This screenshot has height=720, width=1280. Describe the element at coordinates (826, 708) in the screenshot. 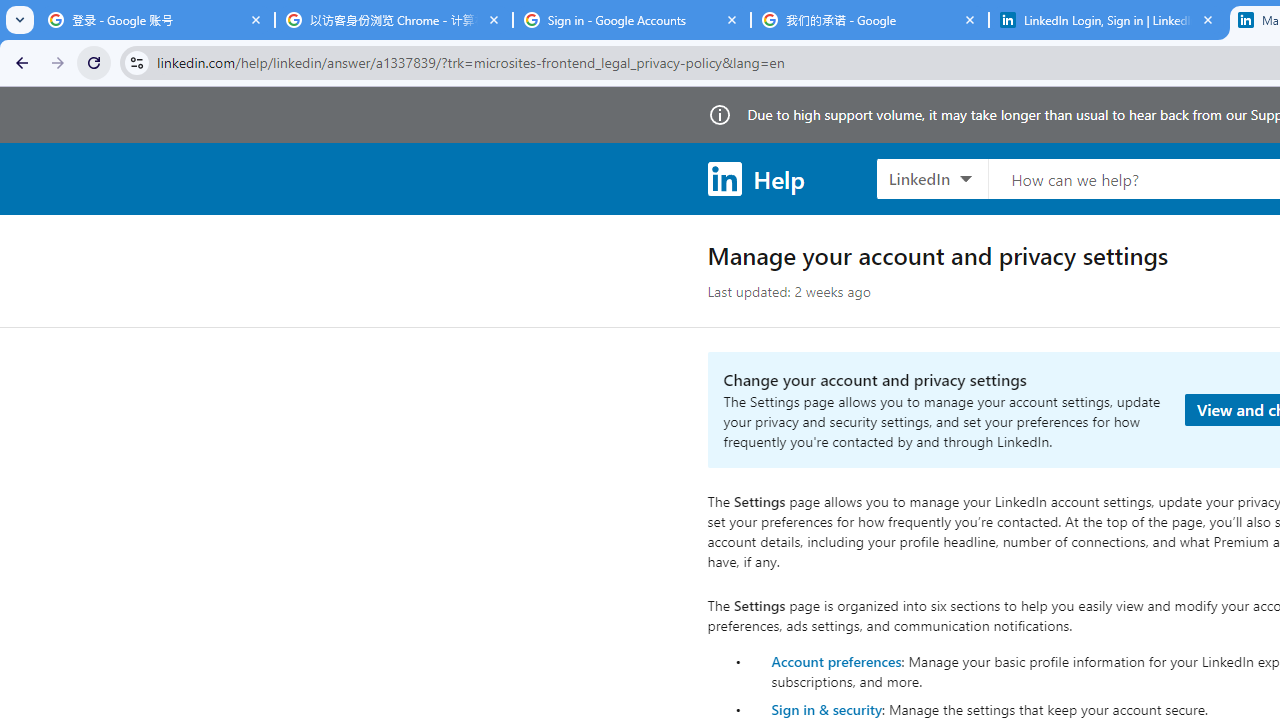

I see `'Sign in & security'` at that location.